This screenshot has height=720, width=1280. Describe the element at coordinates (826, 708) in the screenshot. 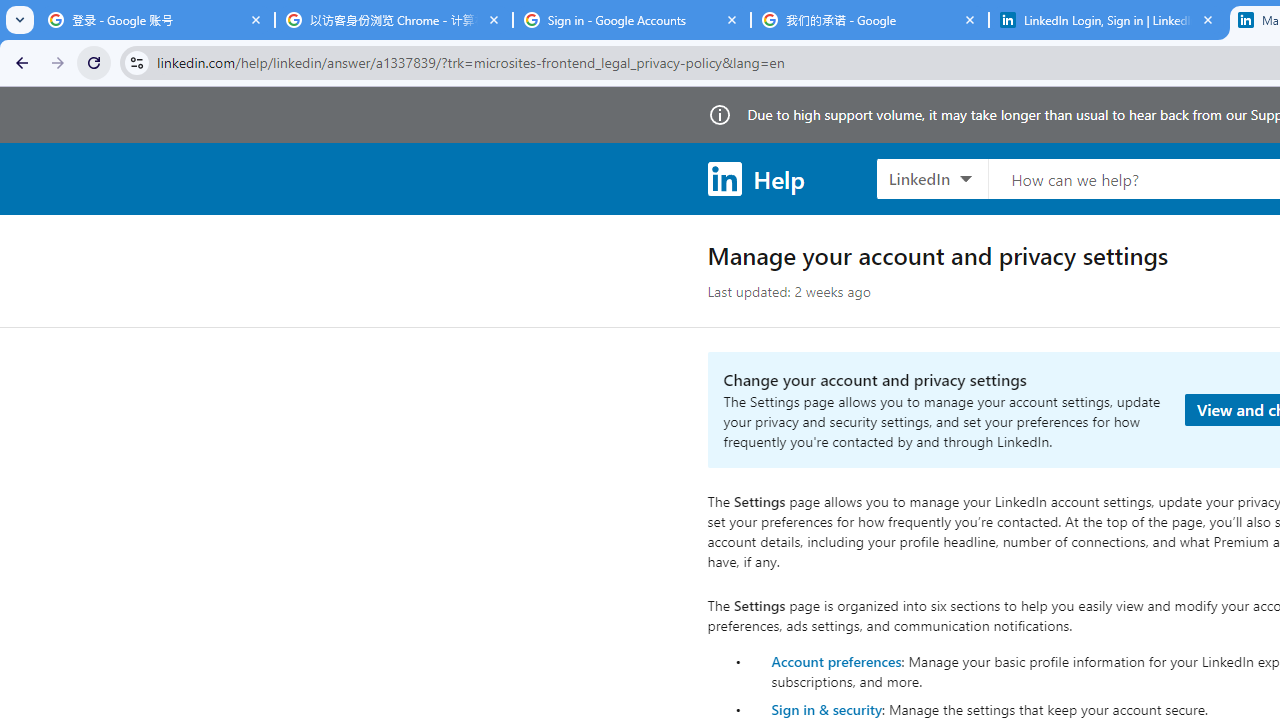

I see `'Sign in & security'` at that location.